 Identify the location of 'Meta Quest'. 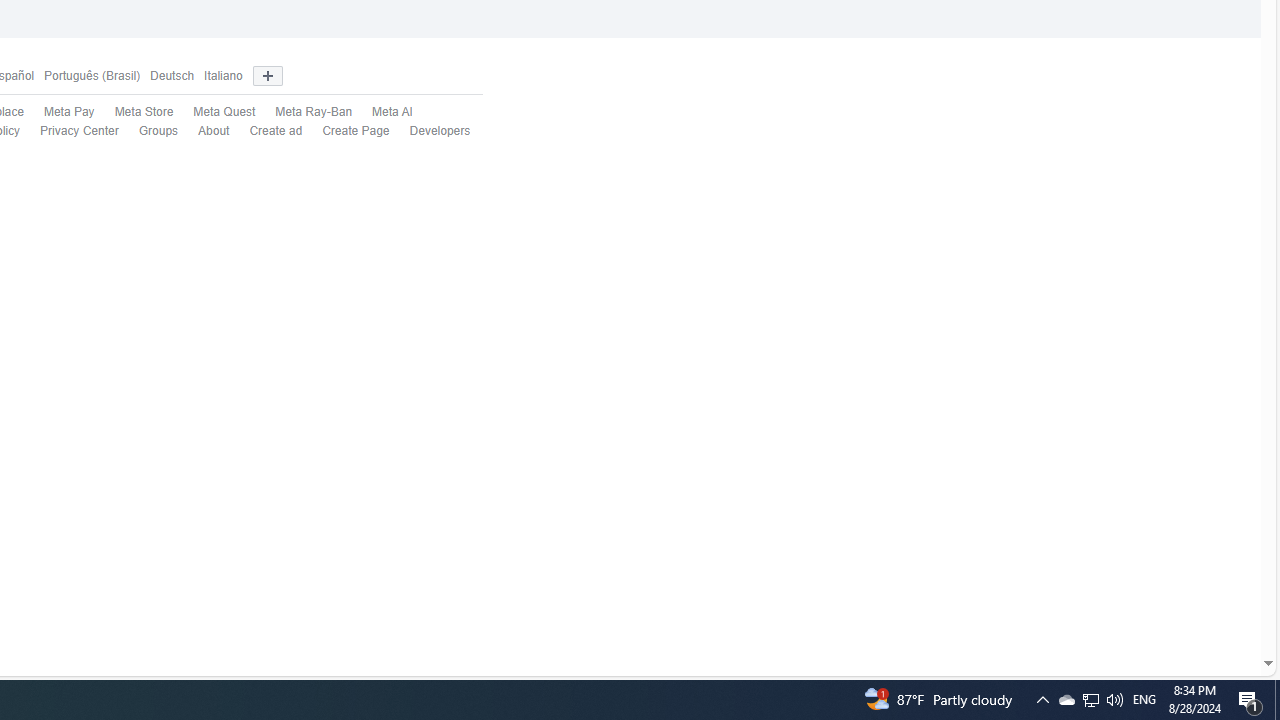
(224, 112).